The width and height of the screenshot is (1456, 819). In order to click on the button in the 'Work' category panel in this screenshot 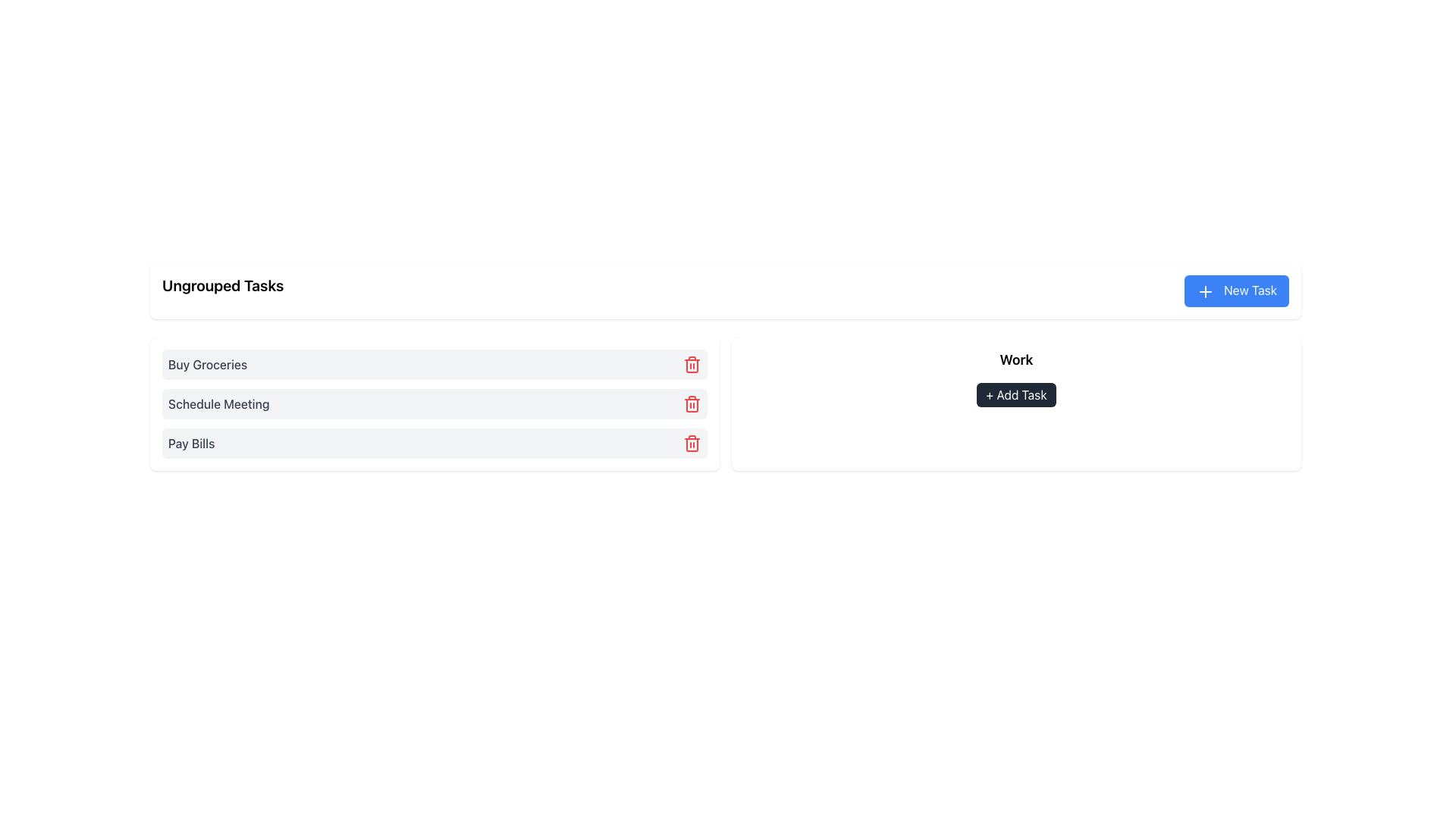, I will do `click(1016, 403)`.